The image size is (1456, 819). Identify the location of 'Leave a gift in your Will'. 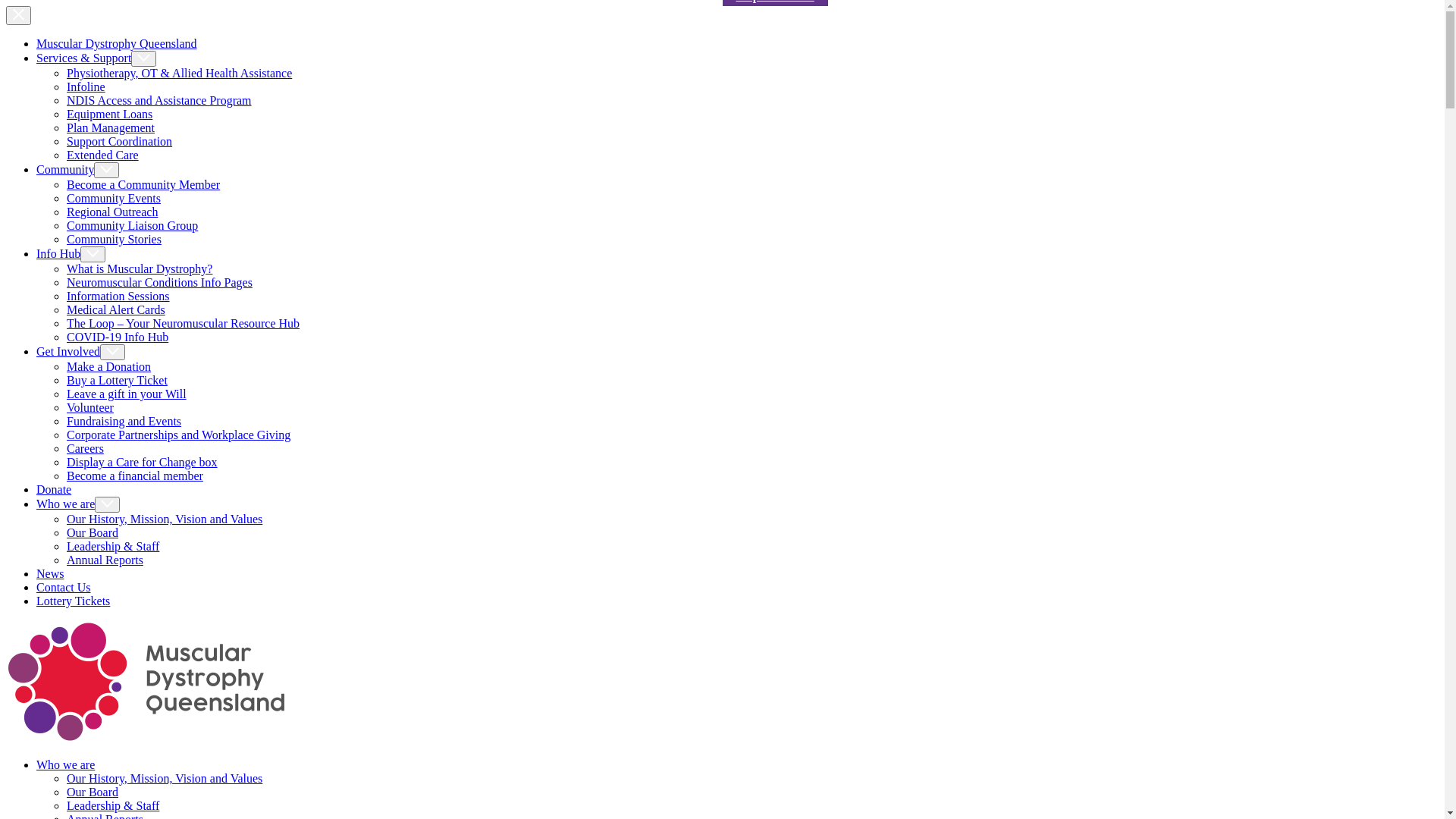
(127, 393).